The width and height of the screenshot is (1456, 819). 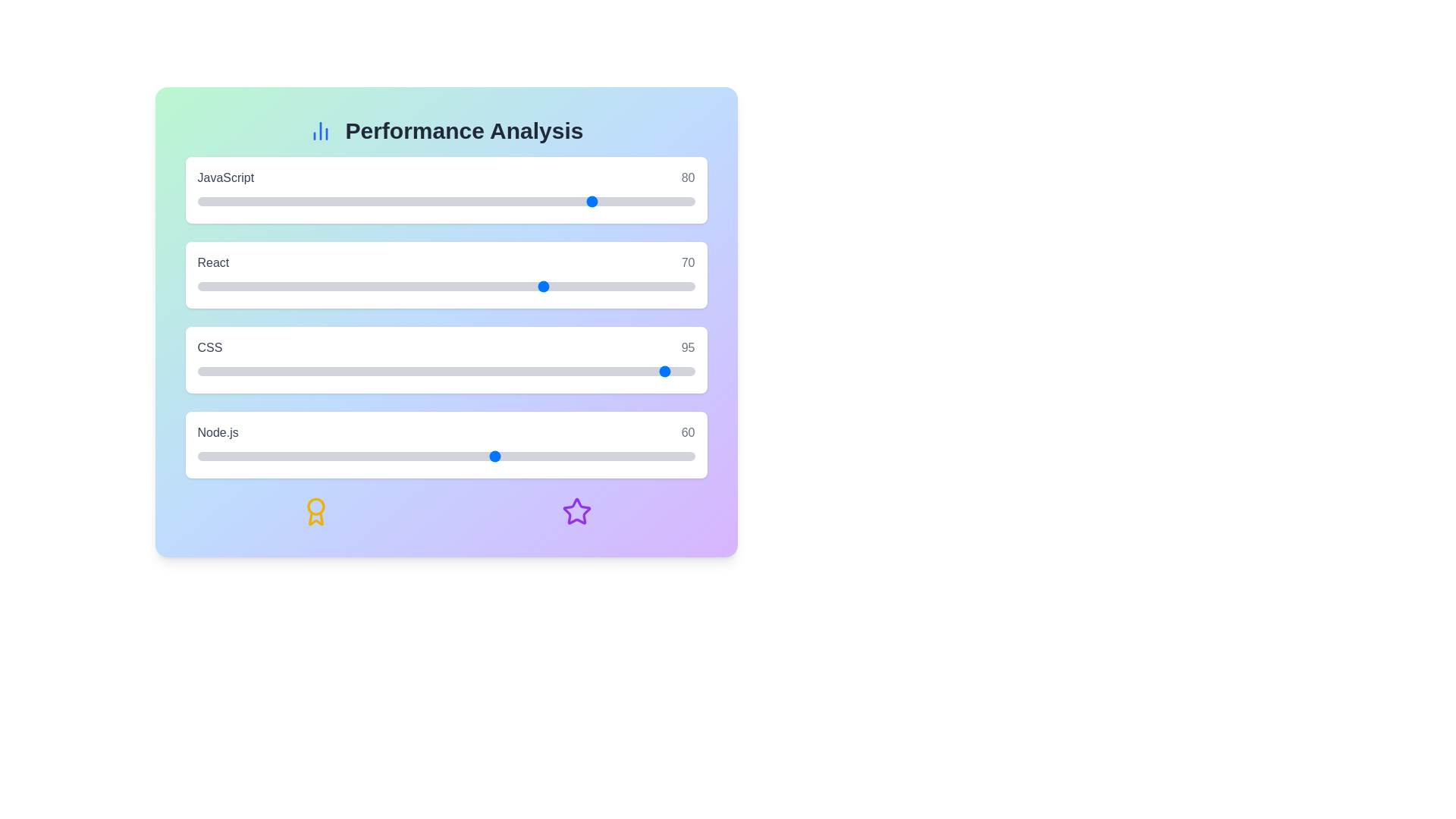 What do you see at coordinates (445, 201) in the screenshot?
I see `the slider for JavaScript to inspect its level` at bounding box center [445, 201].